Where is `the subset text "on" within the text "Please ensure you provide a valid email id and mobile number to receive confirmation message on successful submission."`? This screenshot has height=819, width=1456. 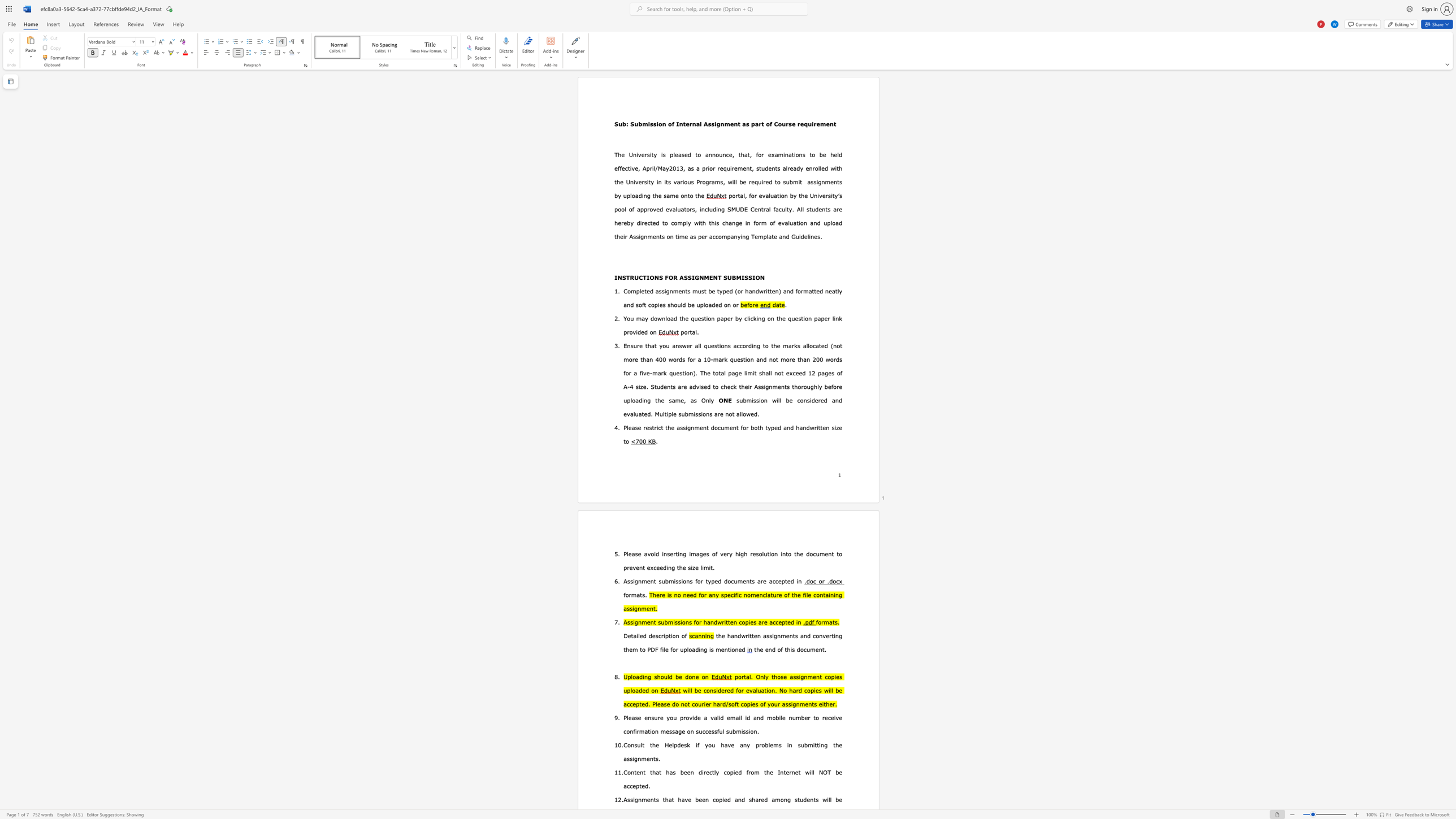 the subset text "on" within the text "Please ensure you provide a valid email id and mobile number to receive confirmation message on successful submission." is located at coordinates (750, 731).